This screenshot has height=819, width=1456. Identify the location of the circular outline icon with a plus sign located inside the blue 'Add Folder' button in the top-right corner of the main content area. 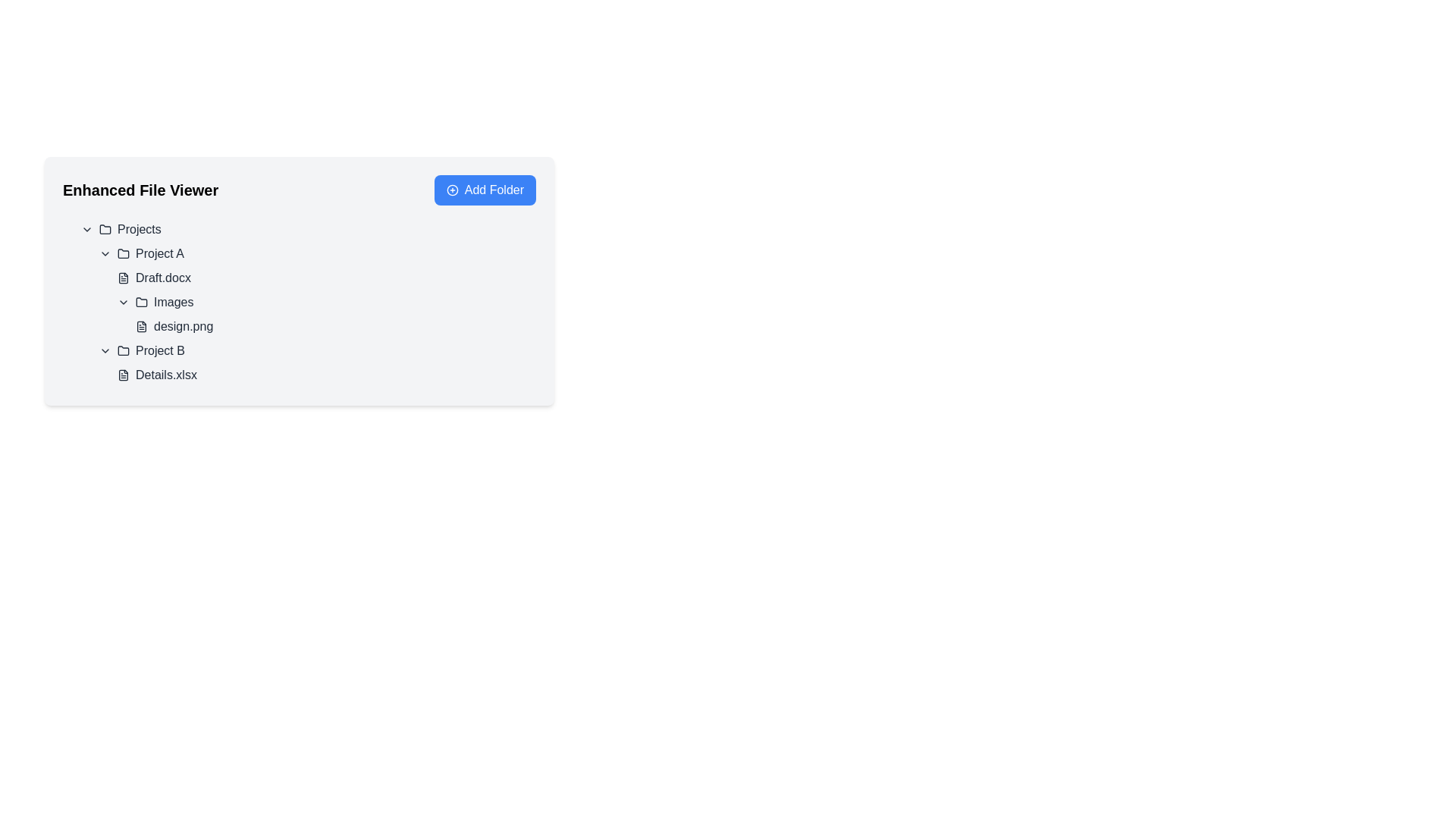
(451, 189).